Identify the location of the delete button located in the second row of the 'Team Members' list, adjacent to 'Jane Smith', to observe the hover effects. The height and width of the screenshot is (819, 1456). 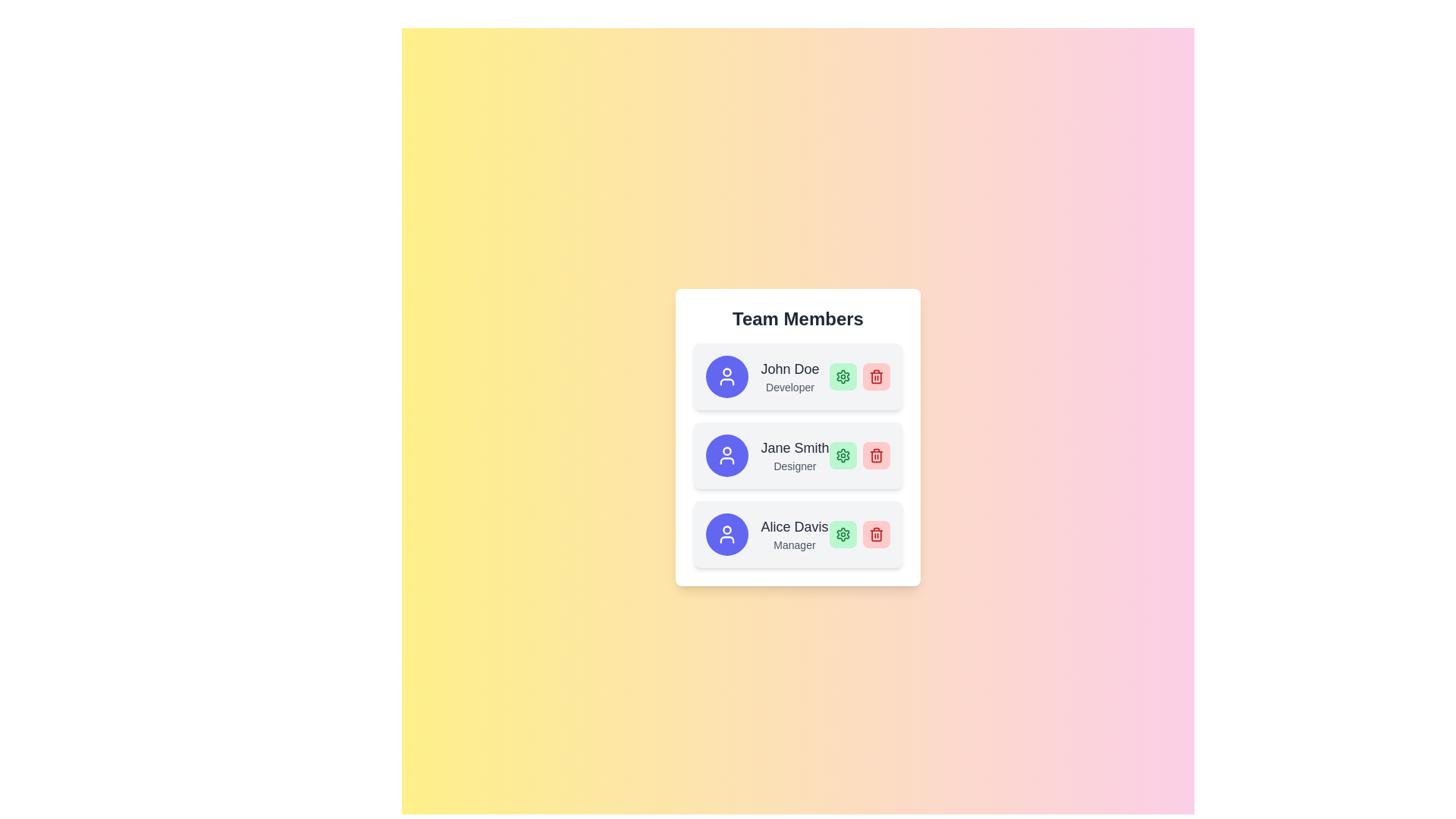
(876, 455).